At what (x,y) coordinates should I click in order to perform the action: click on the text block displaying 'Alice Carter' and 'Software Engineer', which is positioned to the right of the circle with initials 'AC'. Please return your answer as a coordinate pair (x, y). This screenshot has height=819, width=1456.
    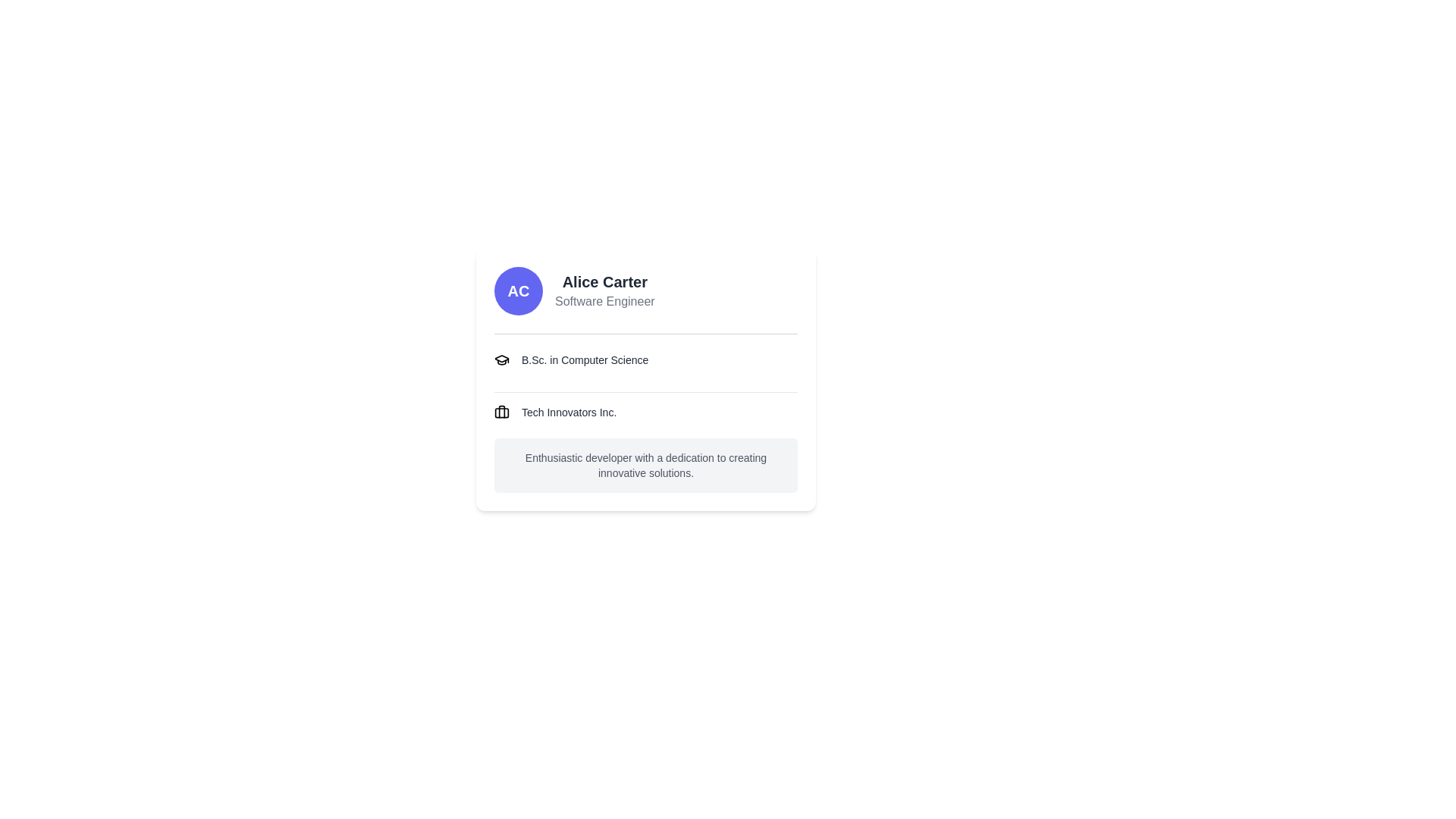
    Looking at the image, I should click on (604, 291).